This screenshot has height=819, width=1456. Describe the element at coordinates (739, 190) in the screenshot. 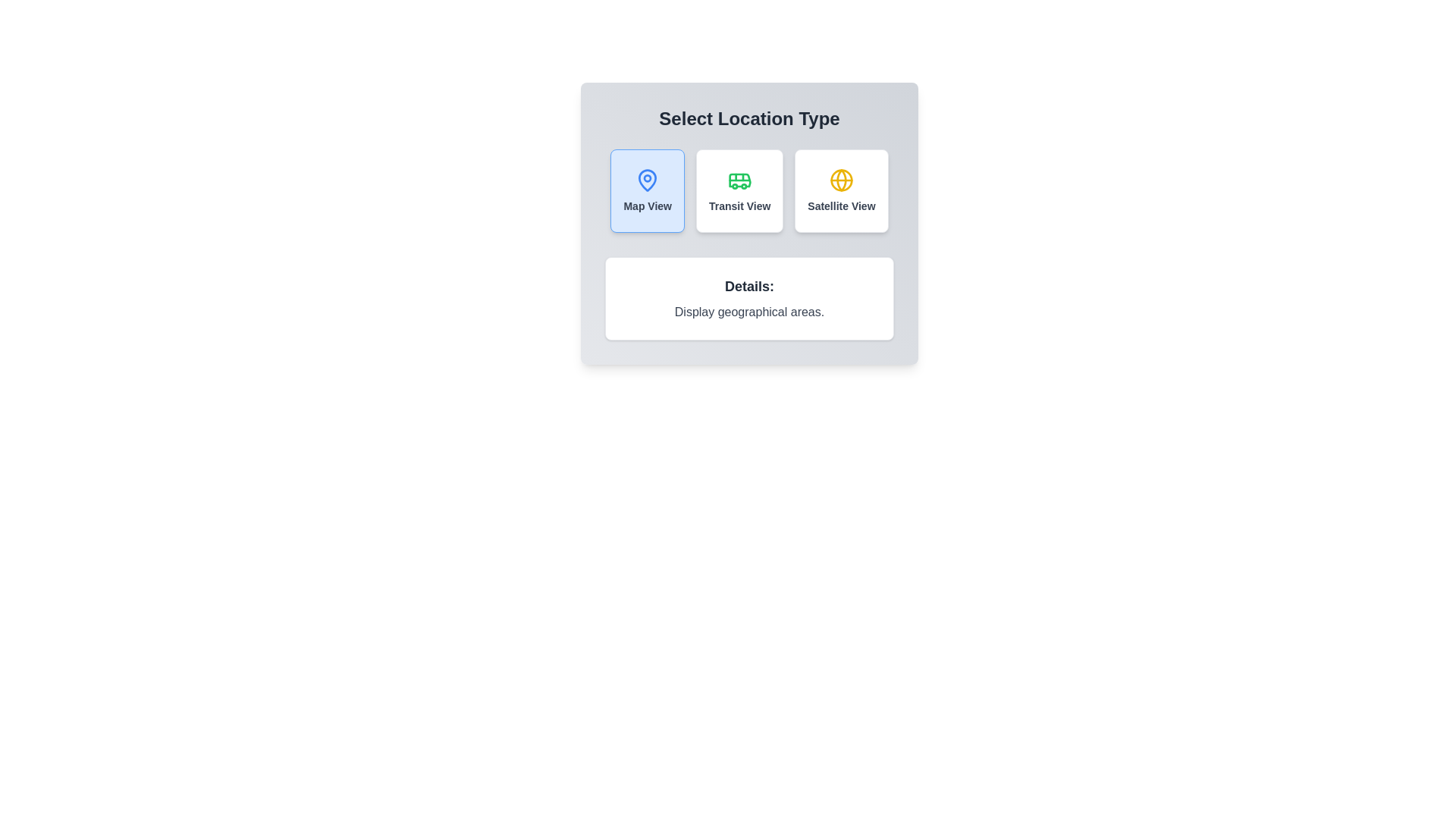

I see `the 'Transit View' button-like tile, which is a rectangular tile with a green bus icon and the label 'Transit View' in dark gray, to observe the scale effect` at that location.